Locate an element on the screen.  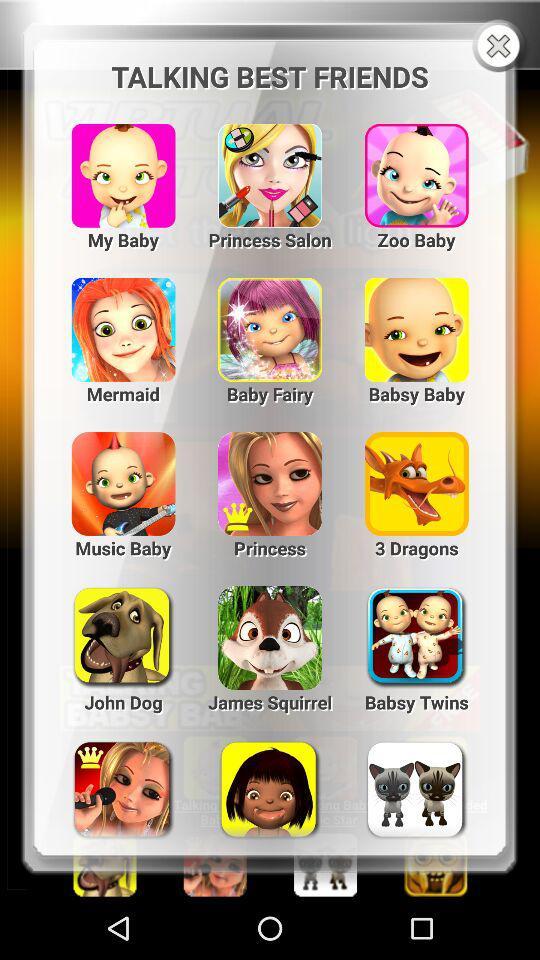
2nd image in last row is located at coordinates (270, 782).